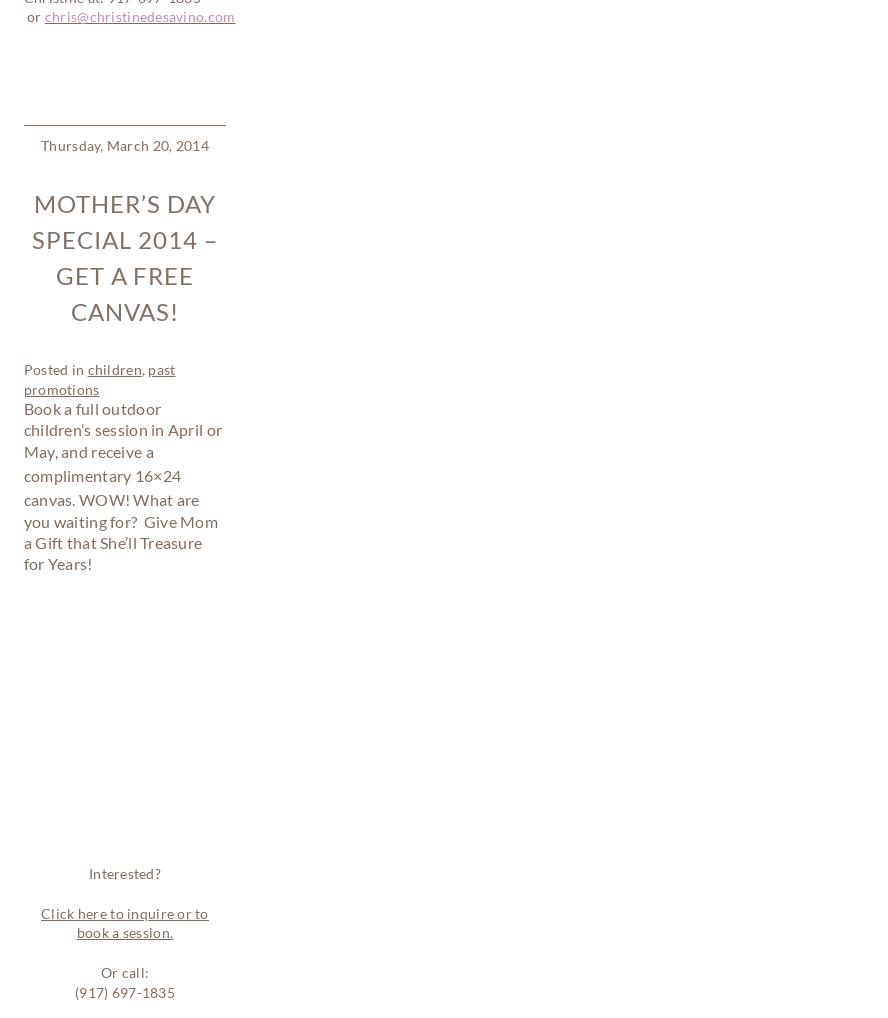 The width and height of the screenshot is (888, 1018). What do you see at coordinates (71, 701) in the screenshot?
I see `'View Portfolio'` at bounding box center [71, 701].